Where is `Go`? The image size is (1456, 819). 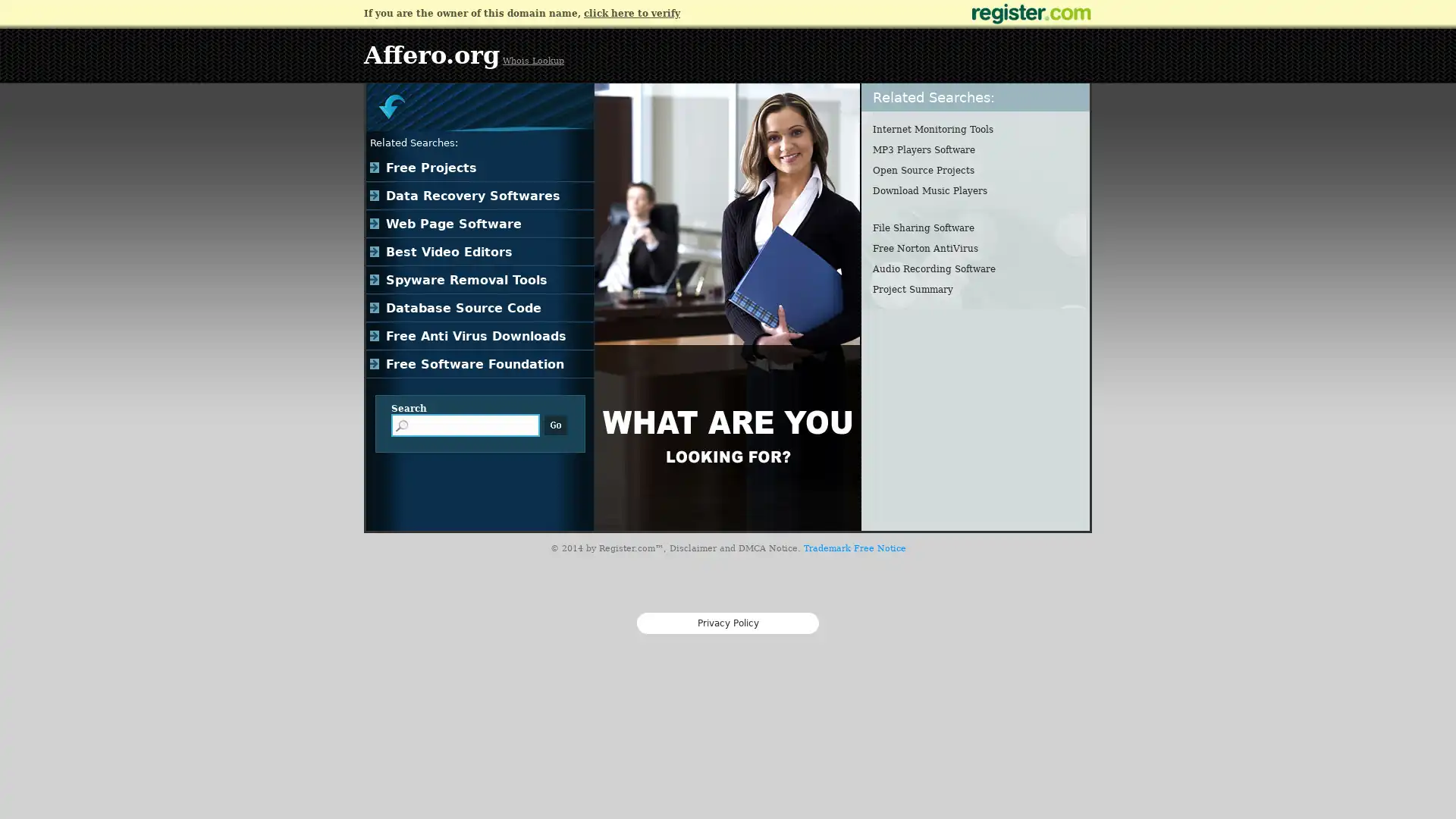 Go is located at coordinates (555, 425).